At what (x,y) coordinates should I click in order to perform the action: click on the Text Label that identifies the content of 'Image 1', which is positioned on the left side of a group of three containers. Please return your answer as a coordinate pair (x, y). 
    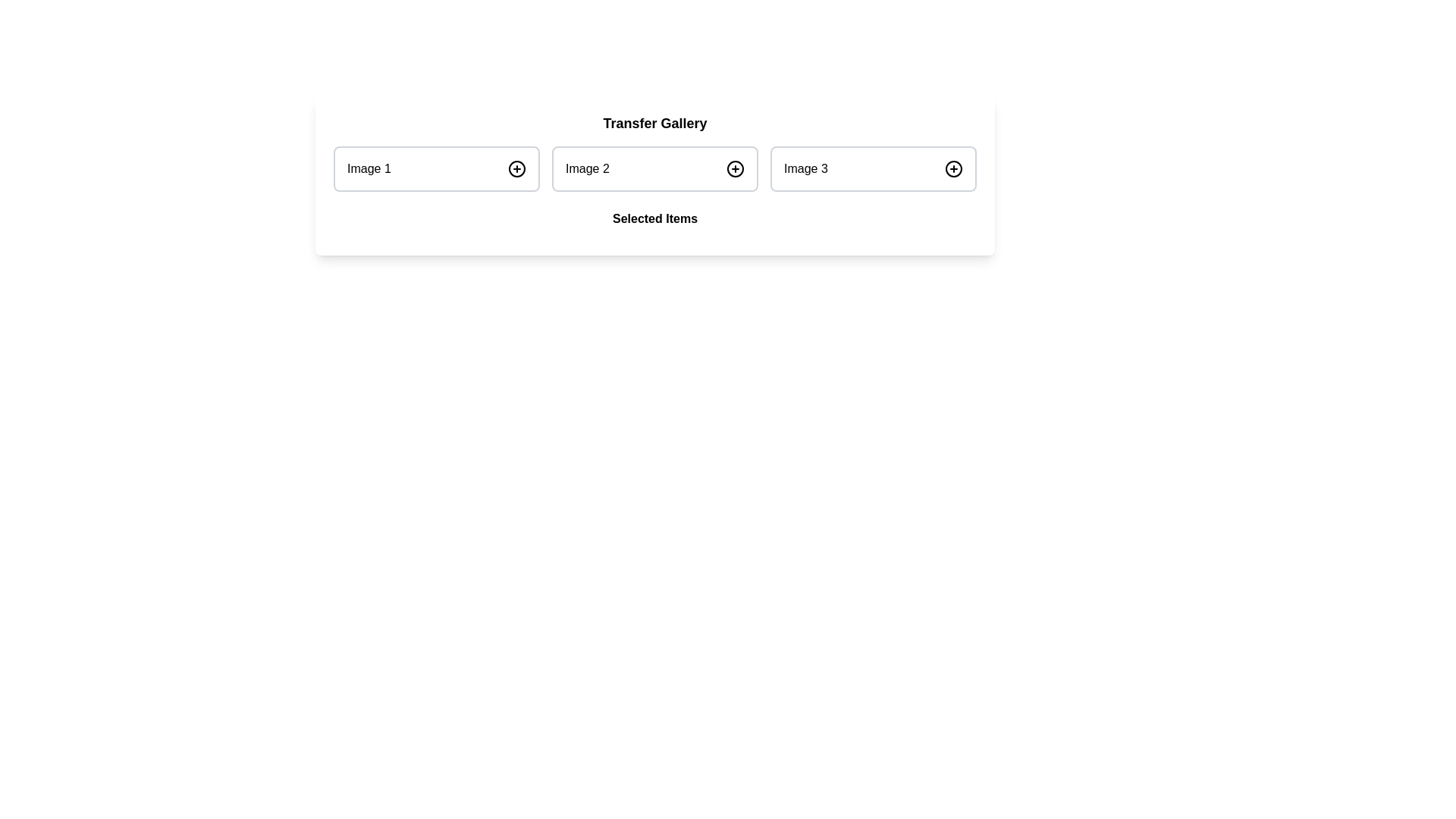
    Looking at the image, I should click on (369, 169).